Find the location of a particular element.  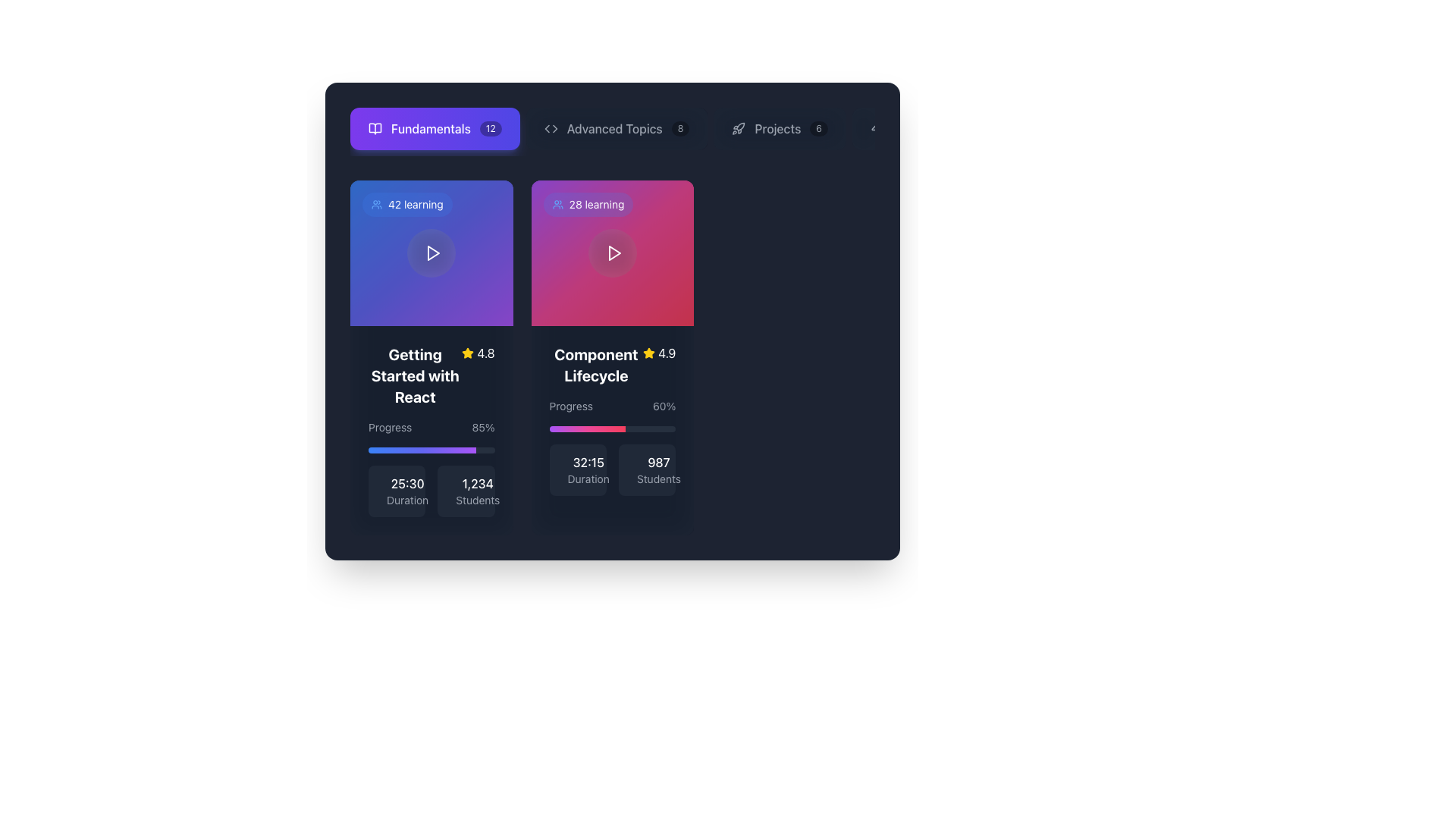

the 'Component Lifecycle' text element with a rating of '4.9' and a yellow star icon is located at coordinates (612, 366).